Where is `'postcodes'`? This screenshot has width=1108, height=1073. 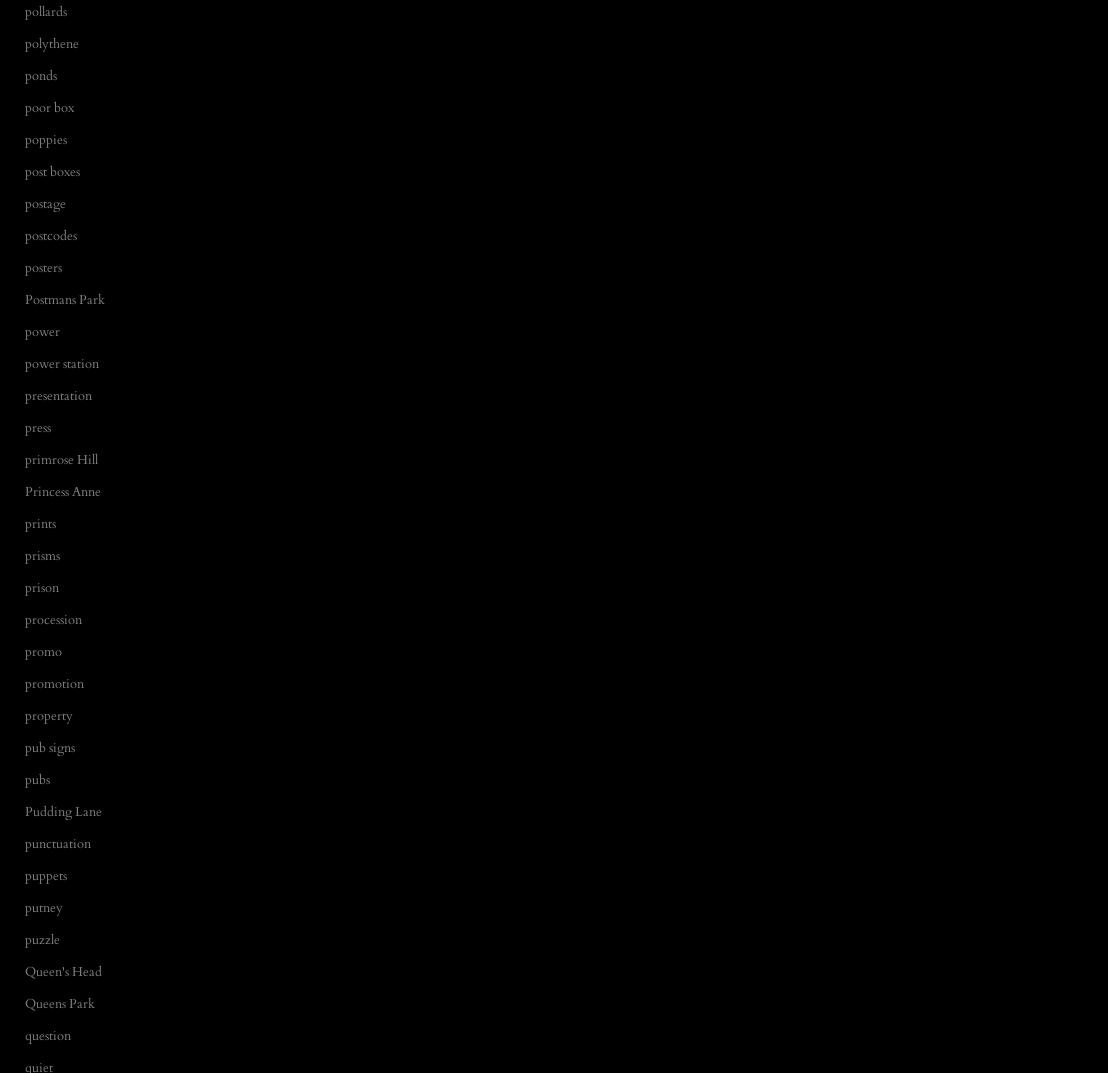 'postcodes' is located at coordinates (49, 234).